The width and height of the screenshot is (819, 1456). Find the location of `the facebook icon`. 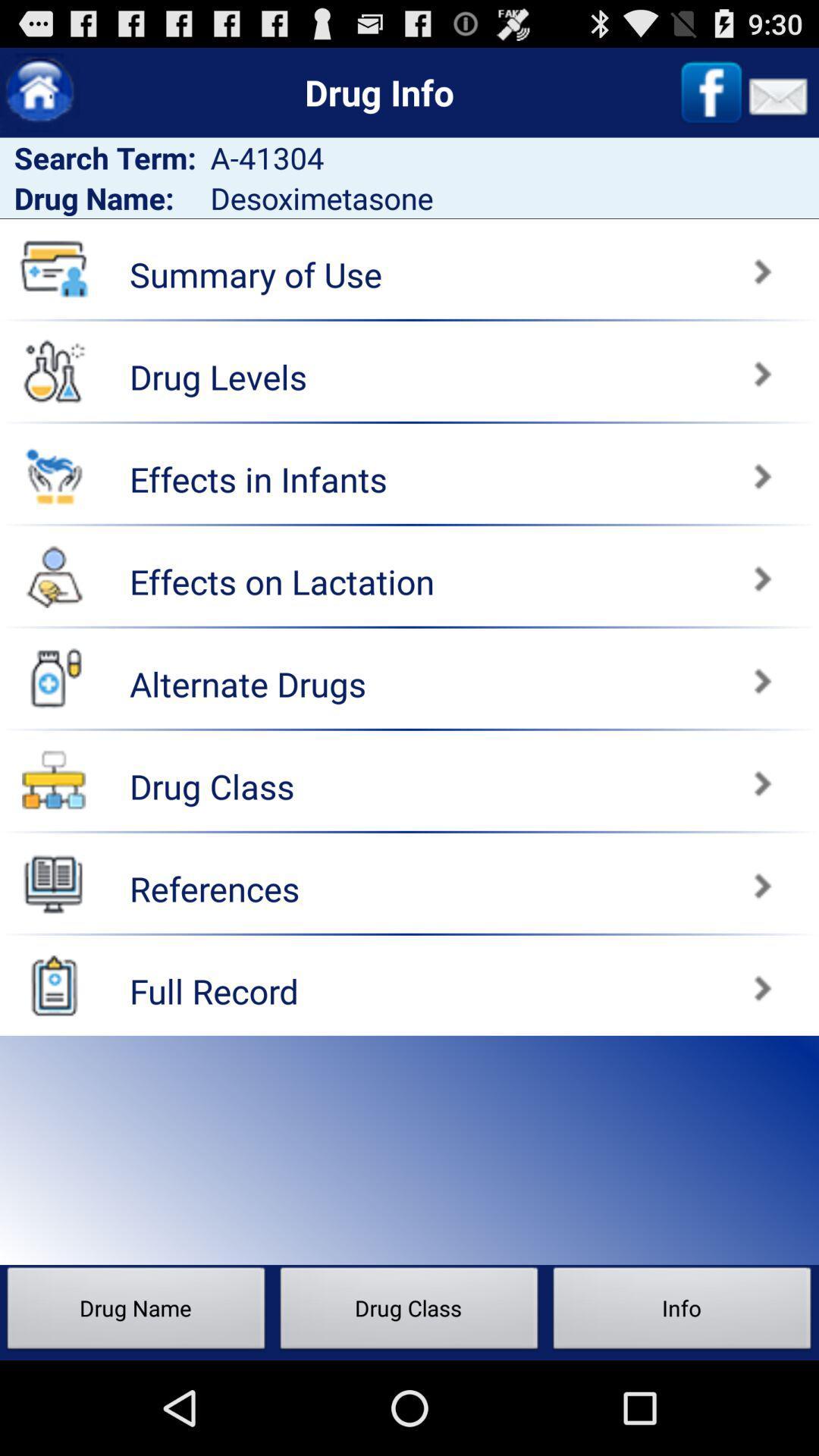

the facebook icon is located at coordinates (711, 98).